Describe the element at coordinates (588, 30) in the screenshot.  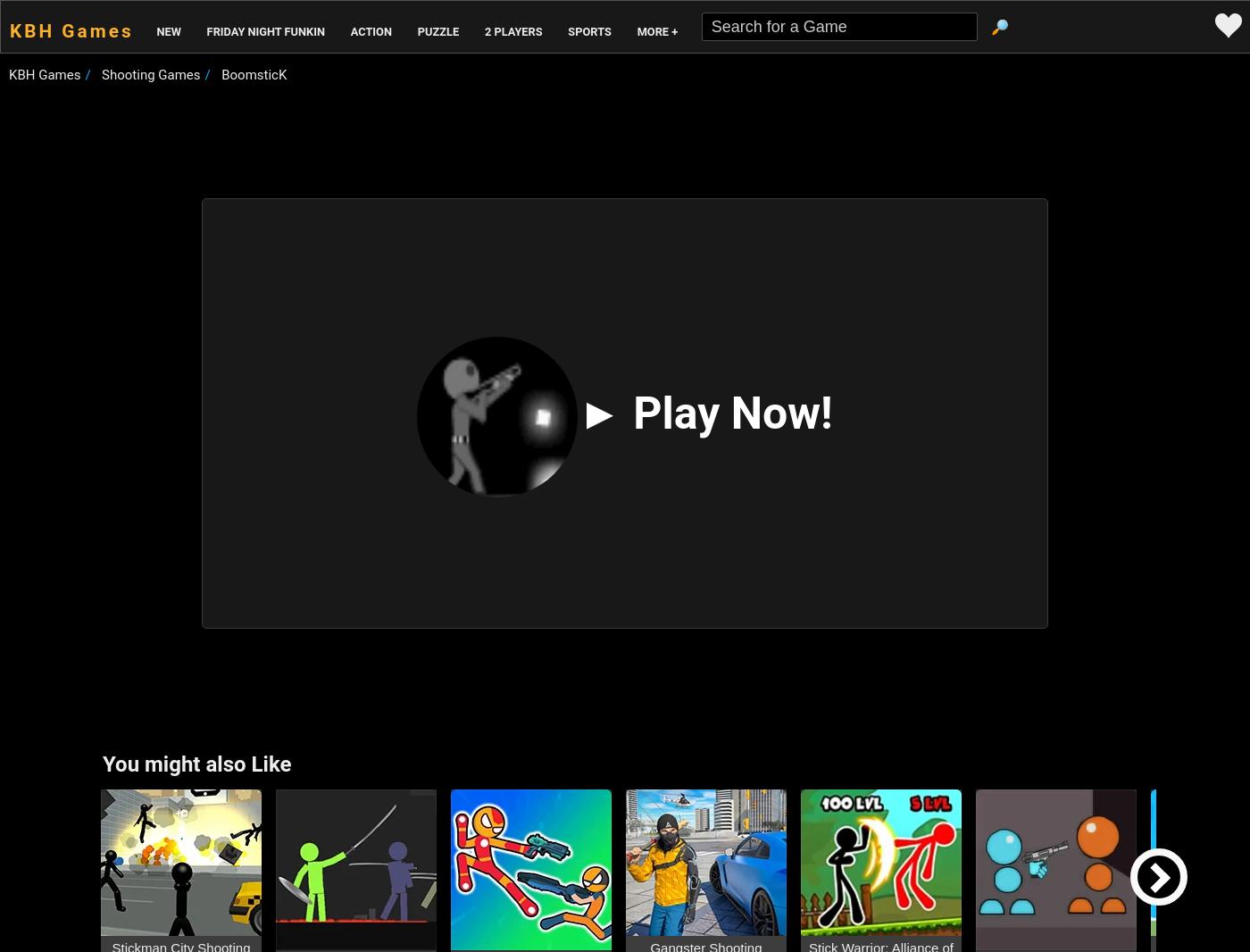
I see `'Sports'` at that location.